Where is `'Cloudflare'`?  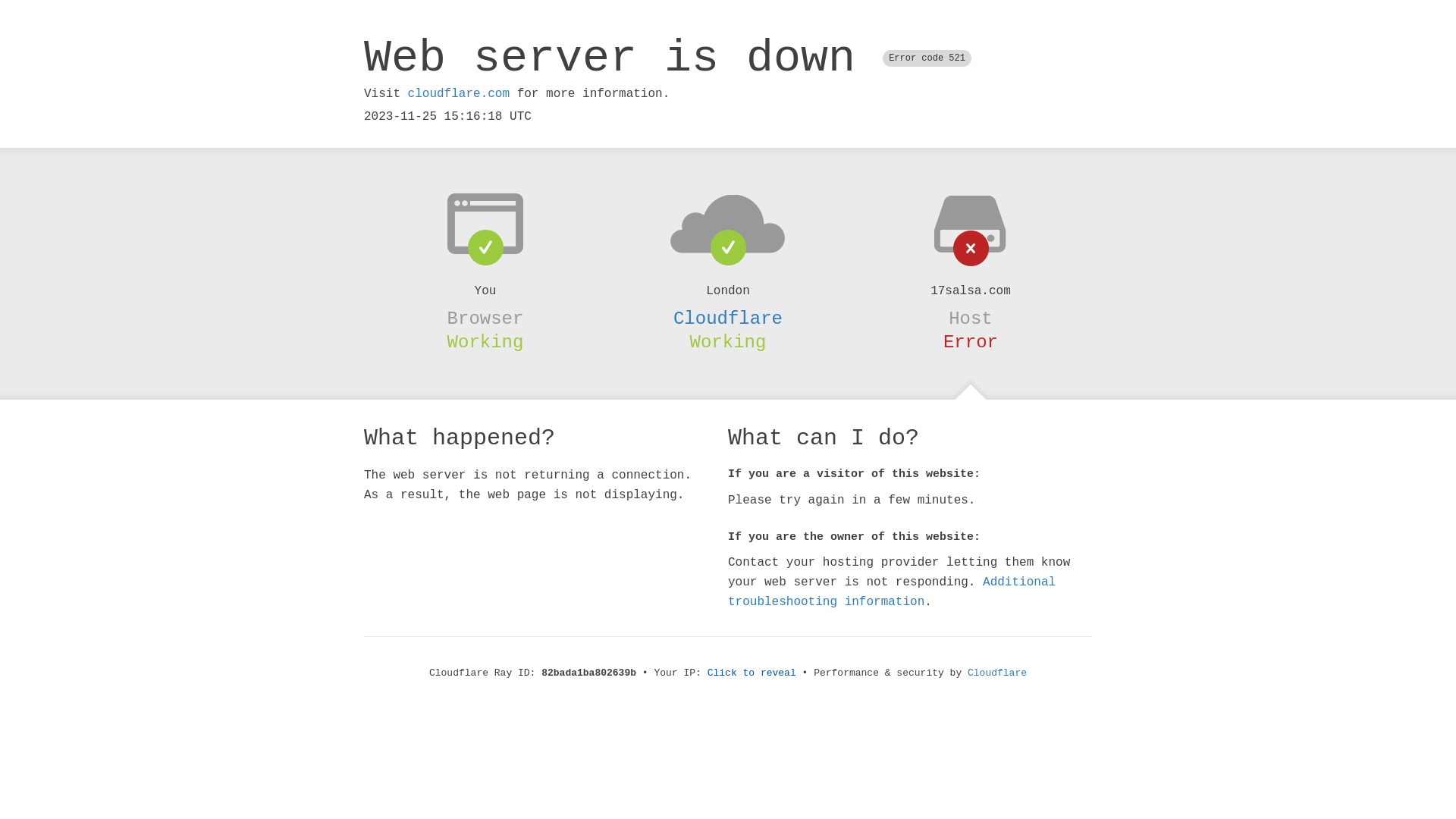
'Cloudflare' is located at coordinates (997, 672).